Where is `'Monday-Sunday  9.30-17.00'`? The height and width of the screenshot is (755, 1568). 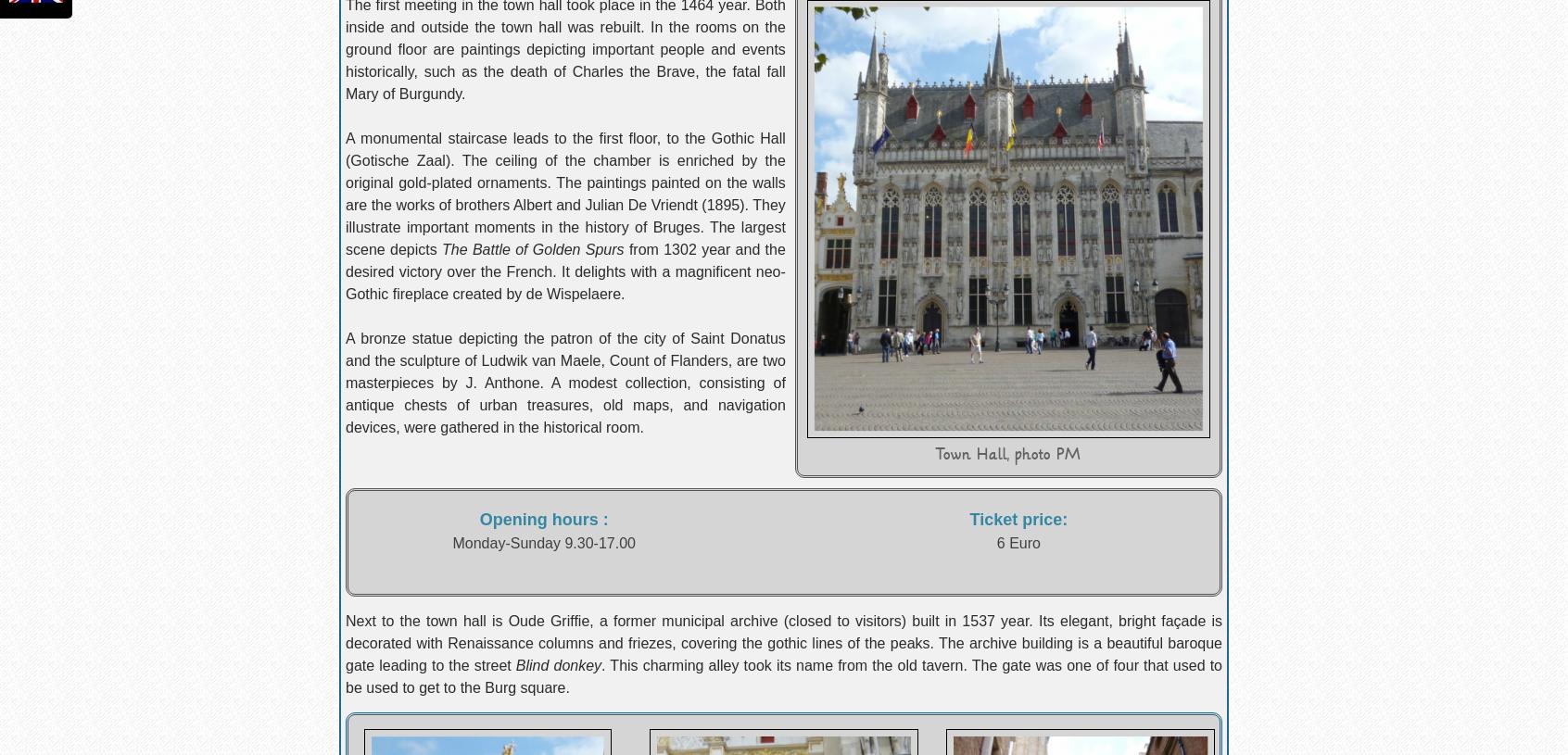 'Monday-Sunday  9.30-17.00' is located at coordinates (450, 542).